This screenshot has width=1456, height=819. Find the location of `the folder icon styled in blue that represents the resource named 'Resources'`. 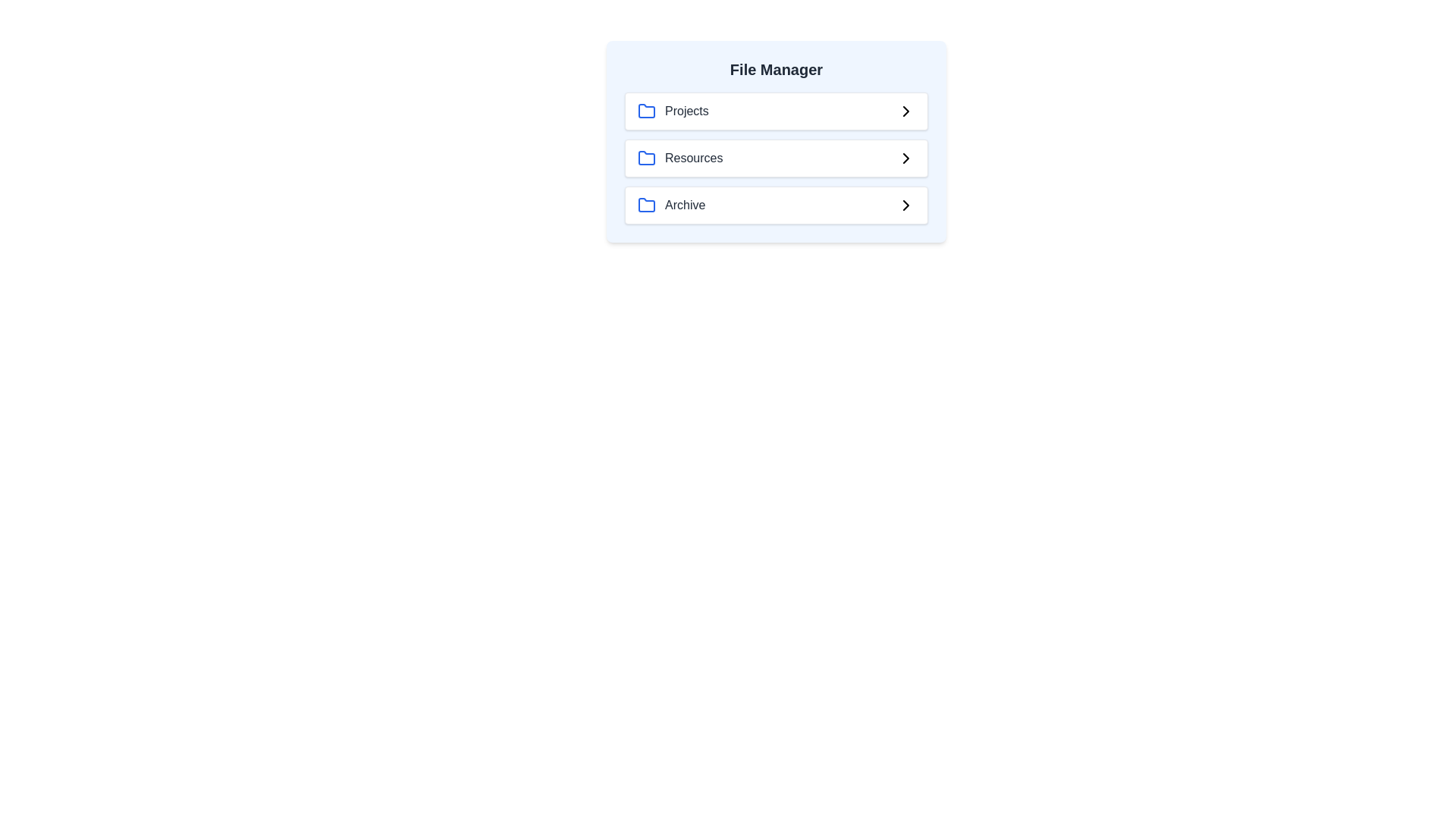

the folder icon styled in blue that represents the resource named 'Resources' is located at coordinates (647, 158).